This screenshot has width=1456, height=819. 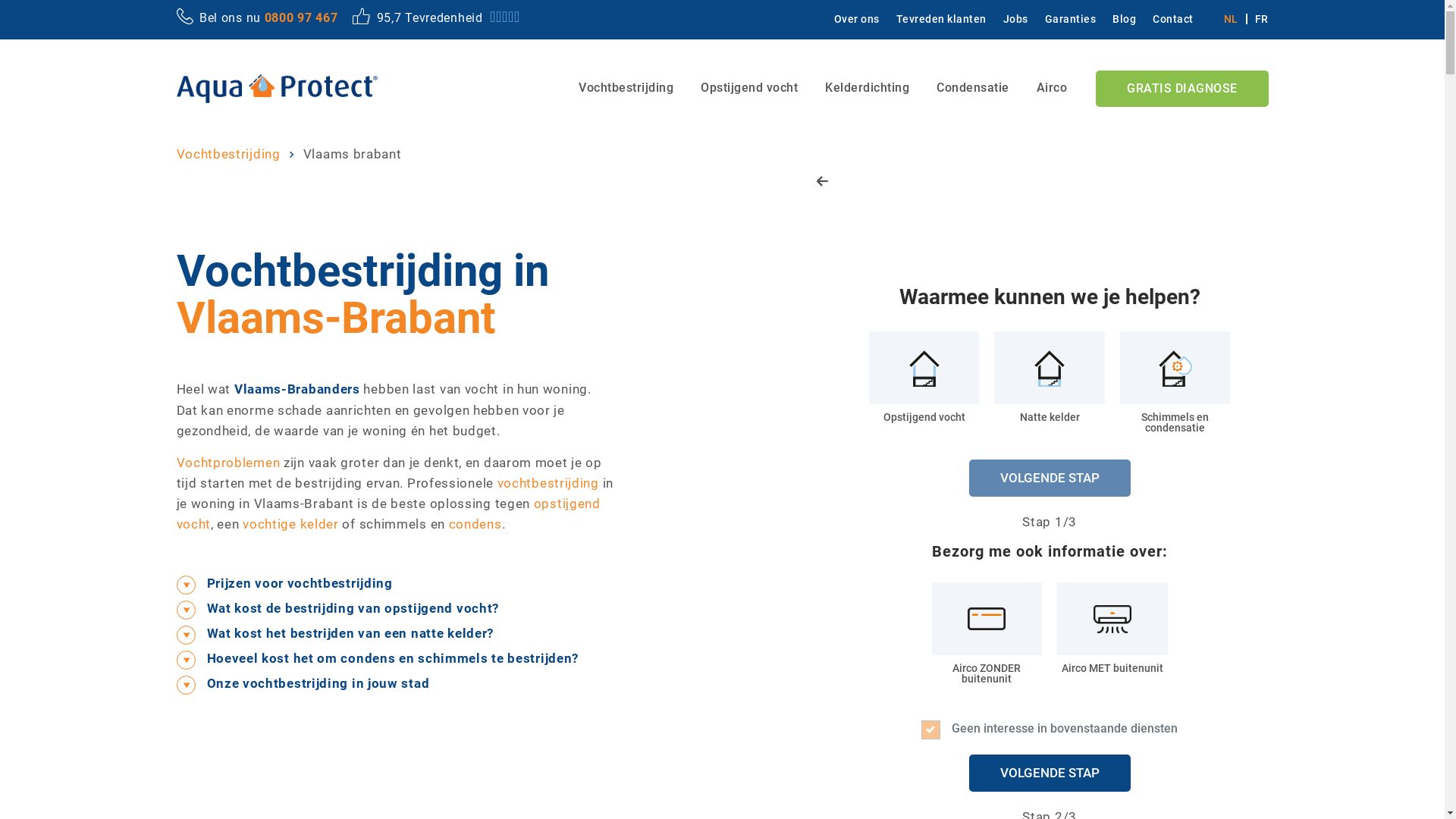 What do you see at coordinates (867, 87) in the screenshot?
I see `'Kelderdichting'` at bounding box center [867, 87].